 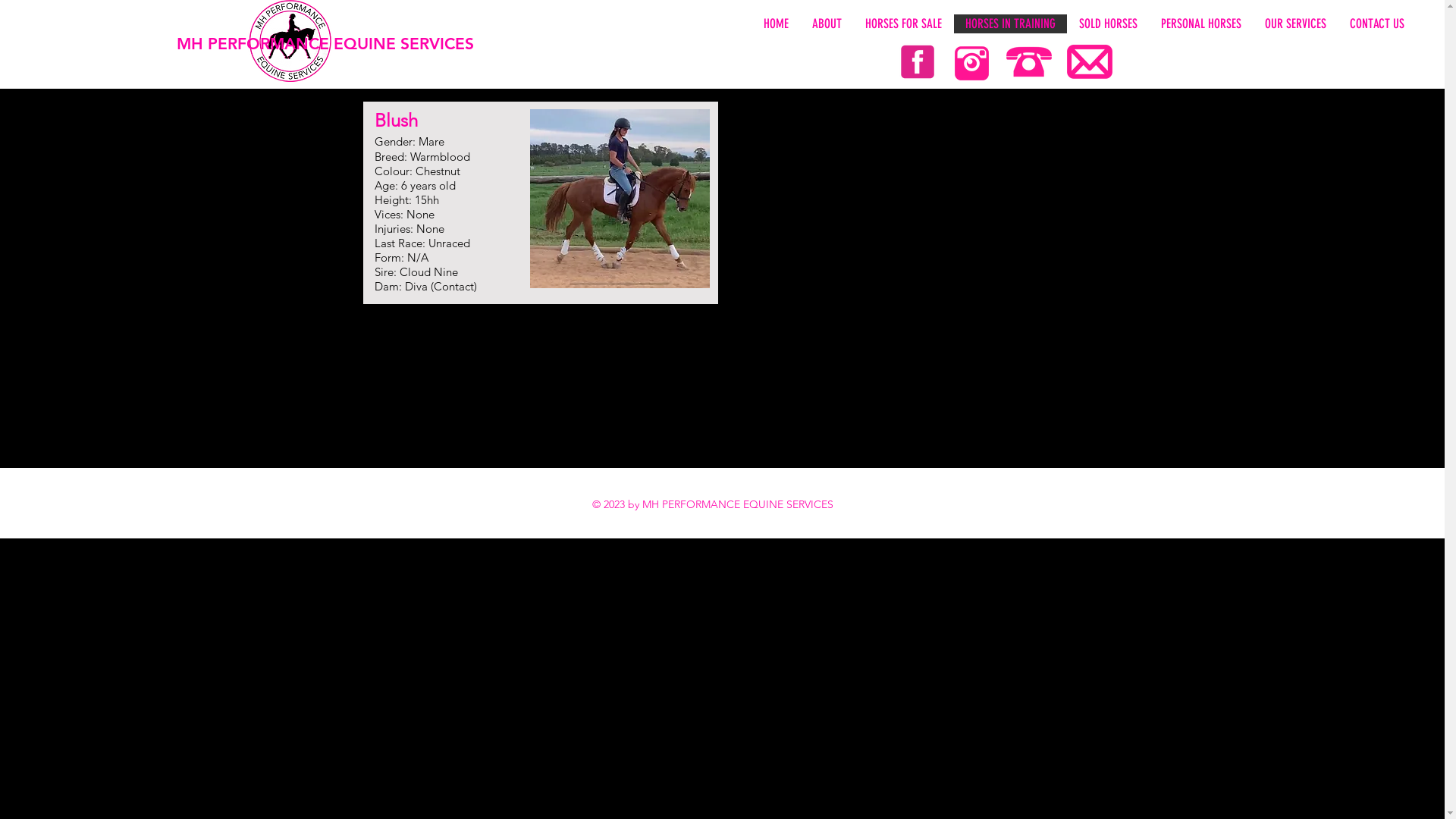 I want to click on 'PERSONAL HORSES', so click(x=1200, y=24).